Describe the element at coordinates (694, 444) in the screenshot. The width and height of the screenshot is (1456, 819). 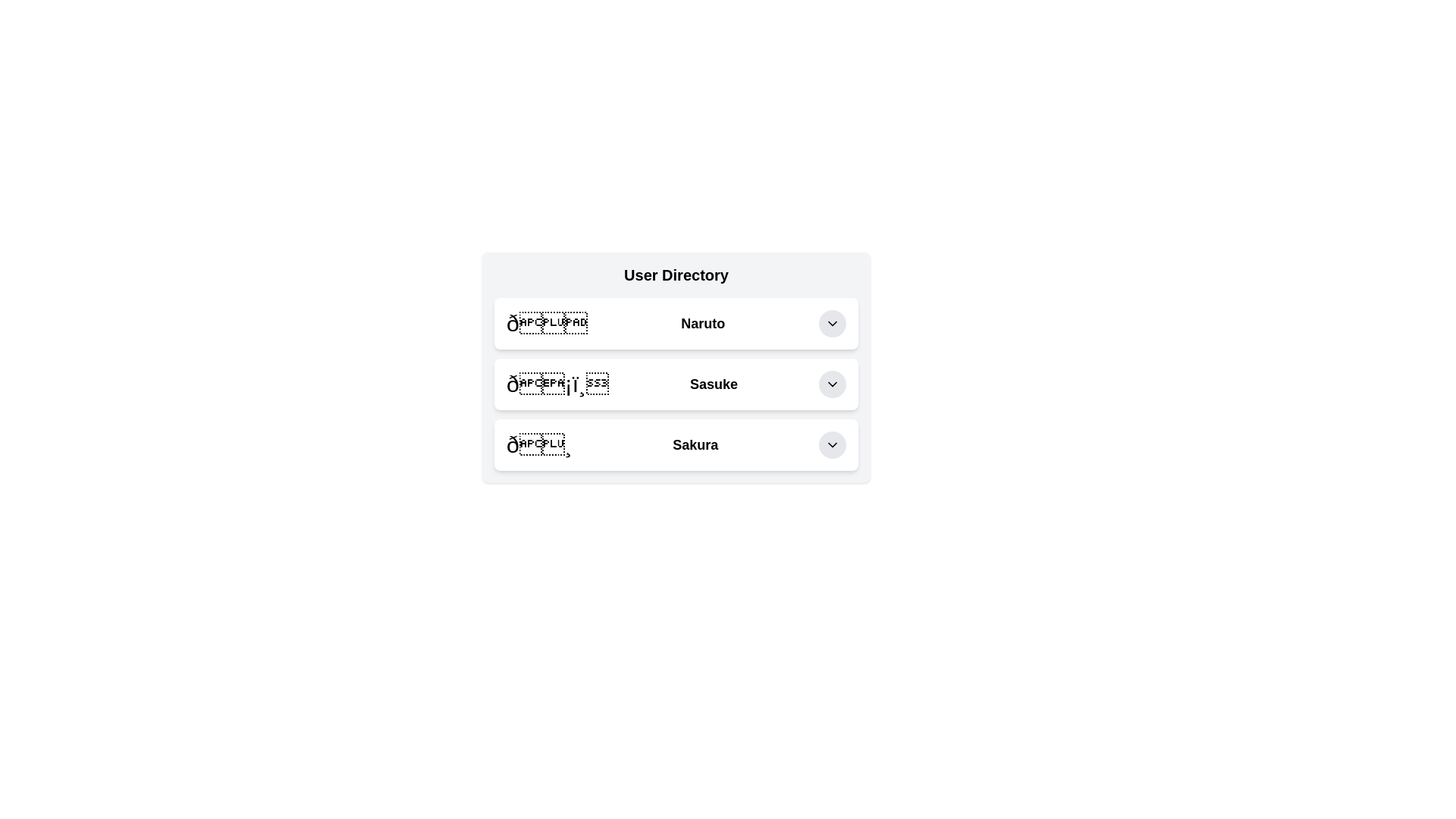
I see `the text 'Sakura' which is displayed in bold within the third entry row of the 'User Directory' list` at that location.